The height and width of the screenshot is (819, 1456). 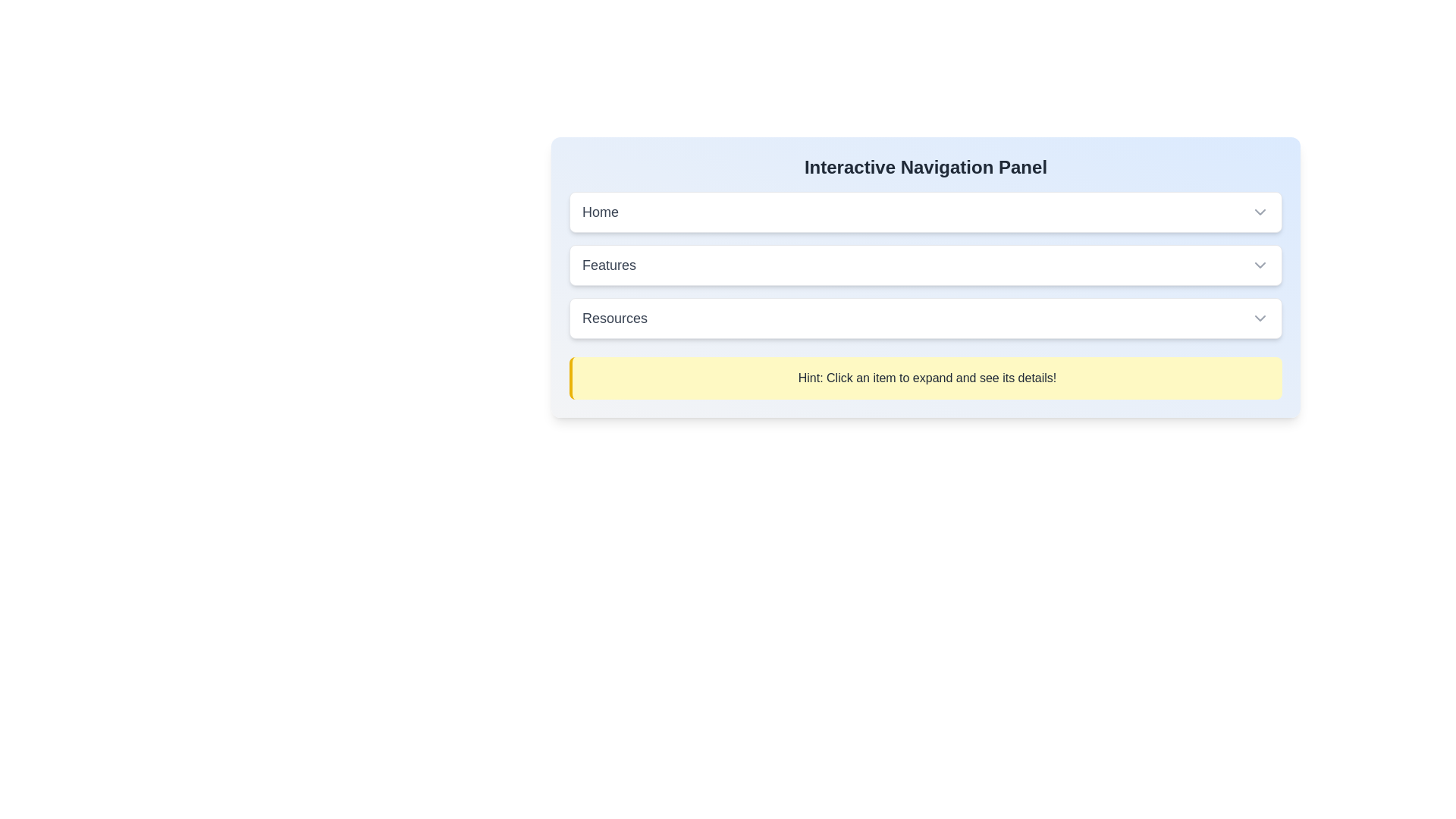 What do you see at coordinates (1260, 318) in the screenshot?
I see `the dropdown toggle icon located on the far right side of the 'Resources' section` at bounding box center [1260, 318].